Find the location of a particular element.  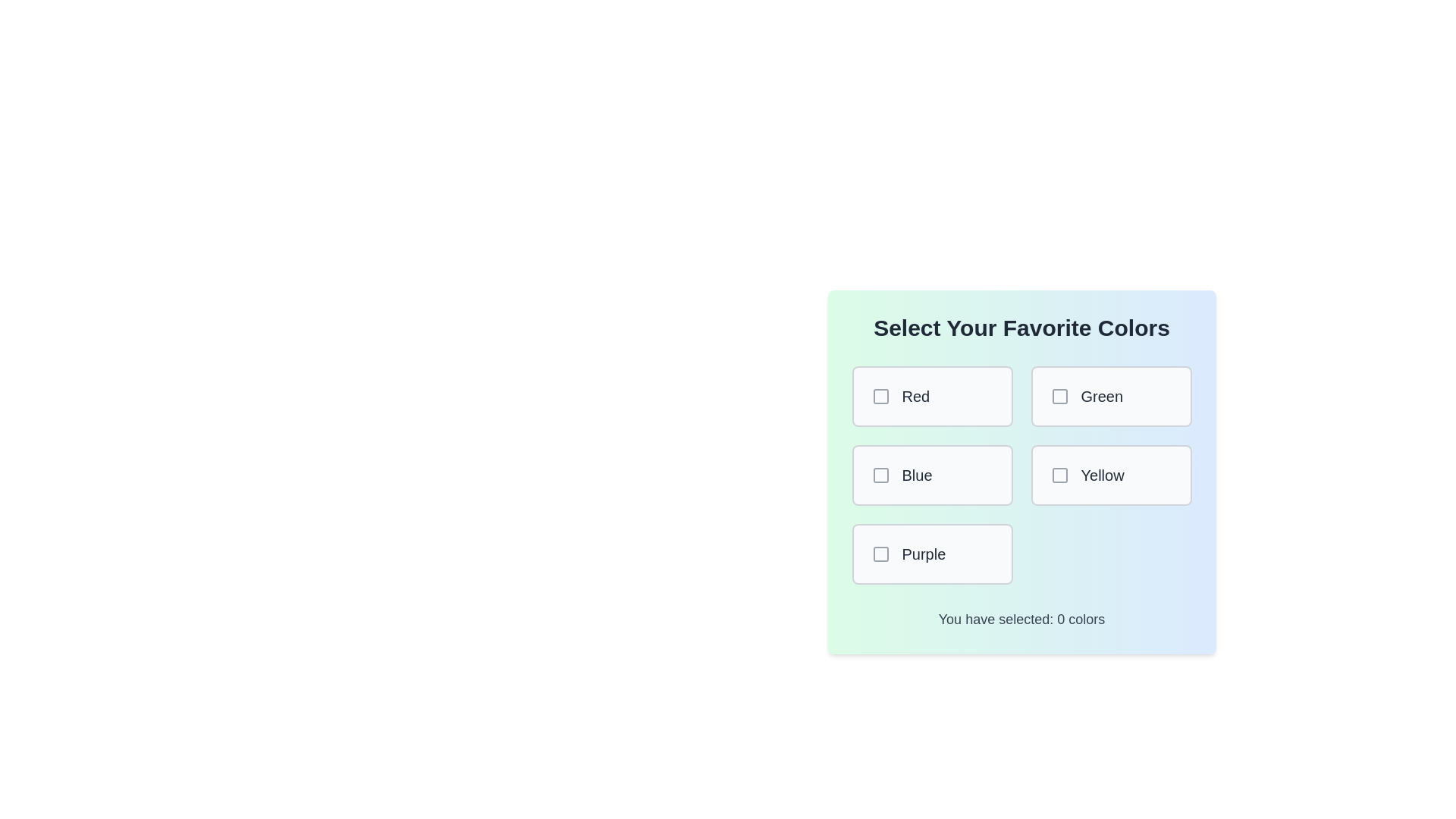

the color box labeled Red is located at coordinates (931, 396).